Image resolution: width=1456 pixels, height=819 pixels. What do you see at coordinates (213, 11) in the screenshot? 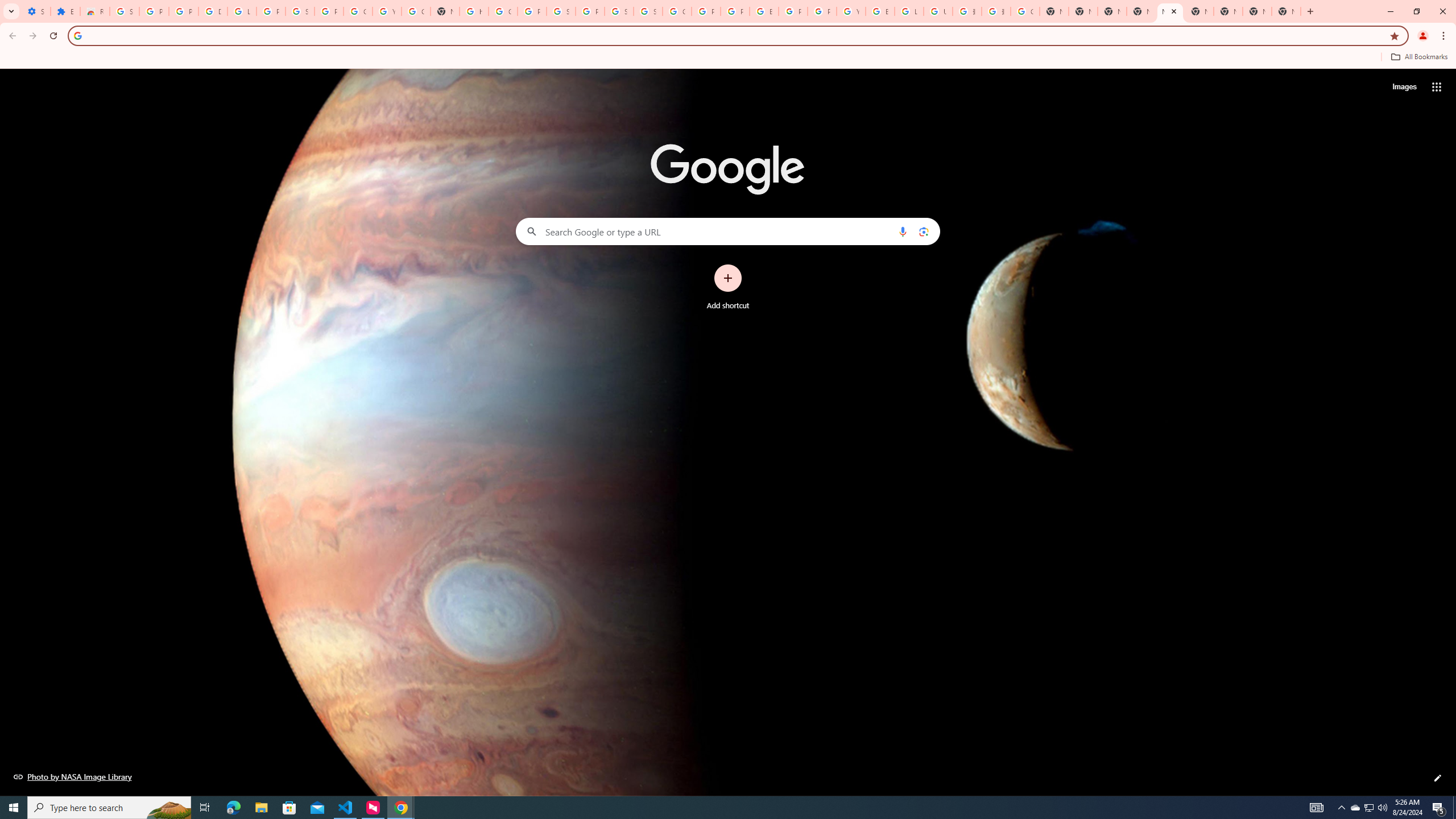
I see `'Delete photos & videos - Computer - Google Photos Help'` at bounding box center [213, 11].